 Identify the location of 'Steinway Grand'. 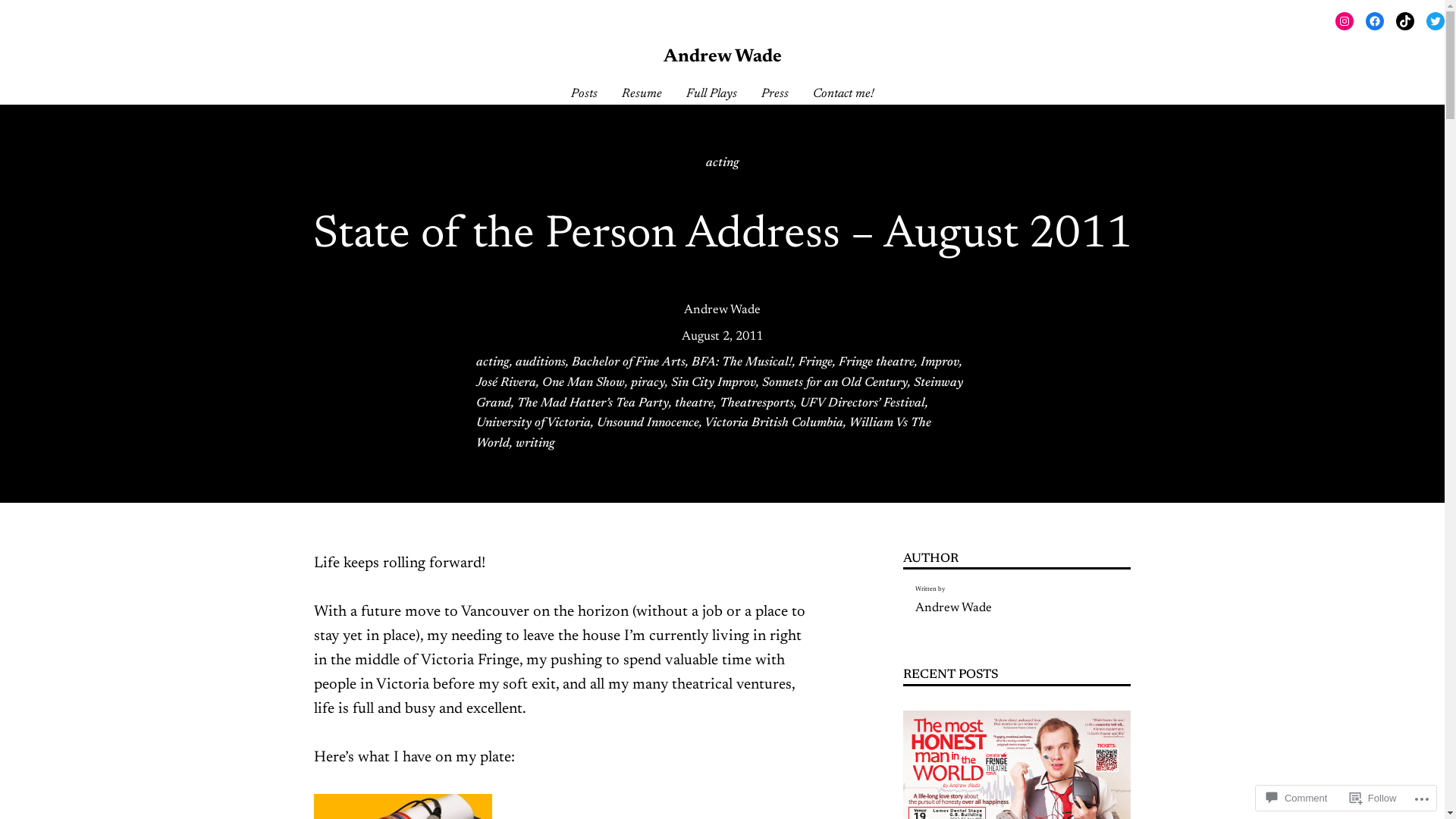
(475, 392).